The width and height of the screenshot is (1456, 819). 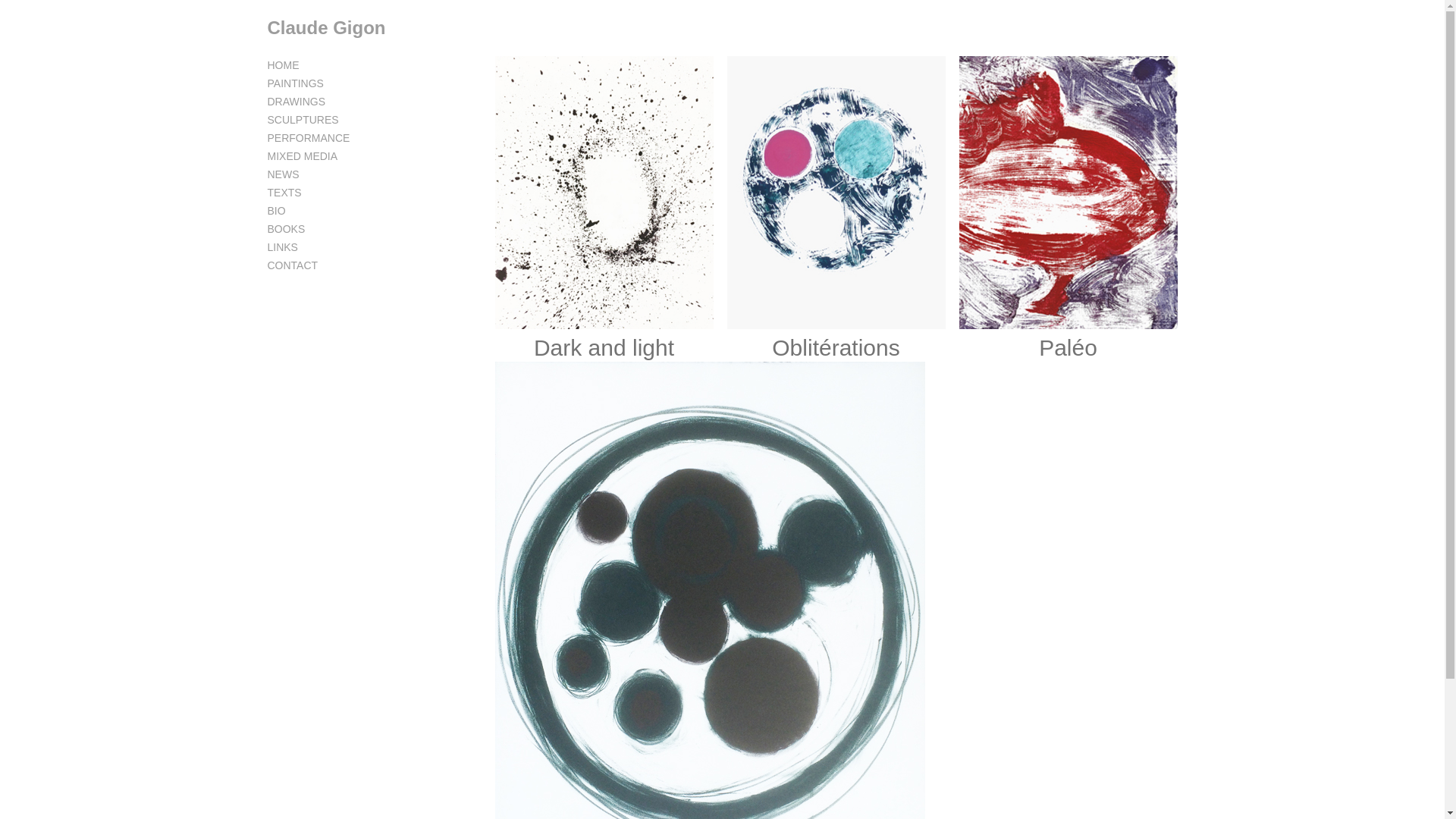 I want to click on 'PAINTINGS', so click(x=294, y=83).